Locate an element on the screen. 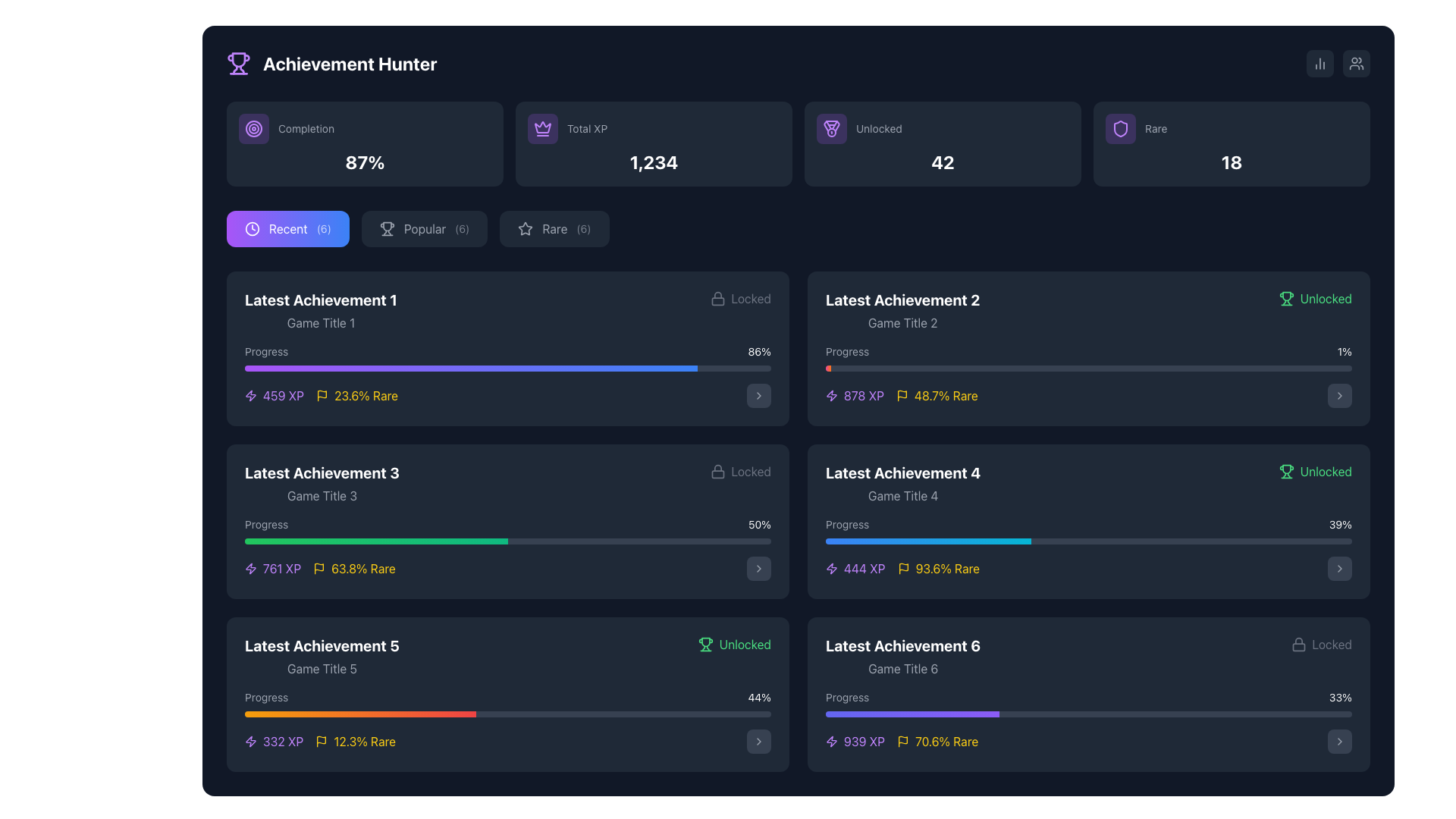 This screenshot has width=1456, height=819. the icon representing the sixth most recent achievement, which visually indicates a rarity status and is positioned next to the text '70.6% Rare' is located at coordinates (902, 741).